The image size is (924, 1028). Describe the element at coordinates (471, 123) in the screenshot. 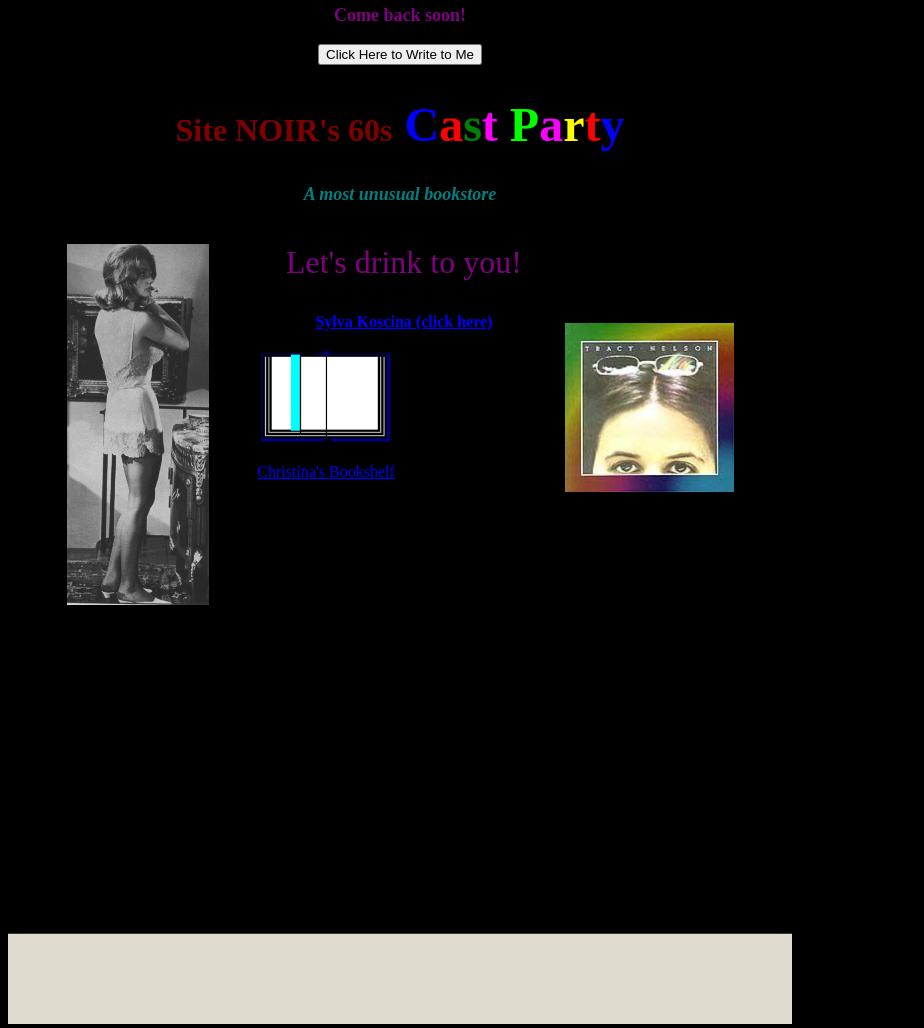

I see `'s'` at that location.